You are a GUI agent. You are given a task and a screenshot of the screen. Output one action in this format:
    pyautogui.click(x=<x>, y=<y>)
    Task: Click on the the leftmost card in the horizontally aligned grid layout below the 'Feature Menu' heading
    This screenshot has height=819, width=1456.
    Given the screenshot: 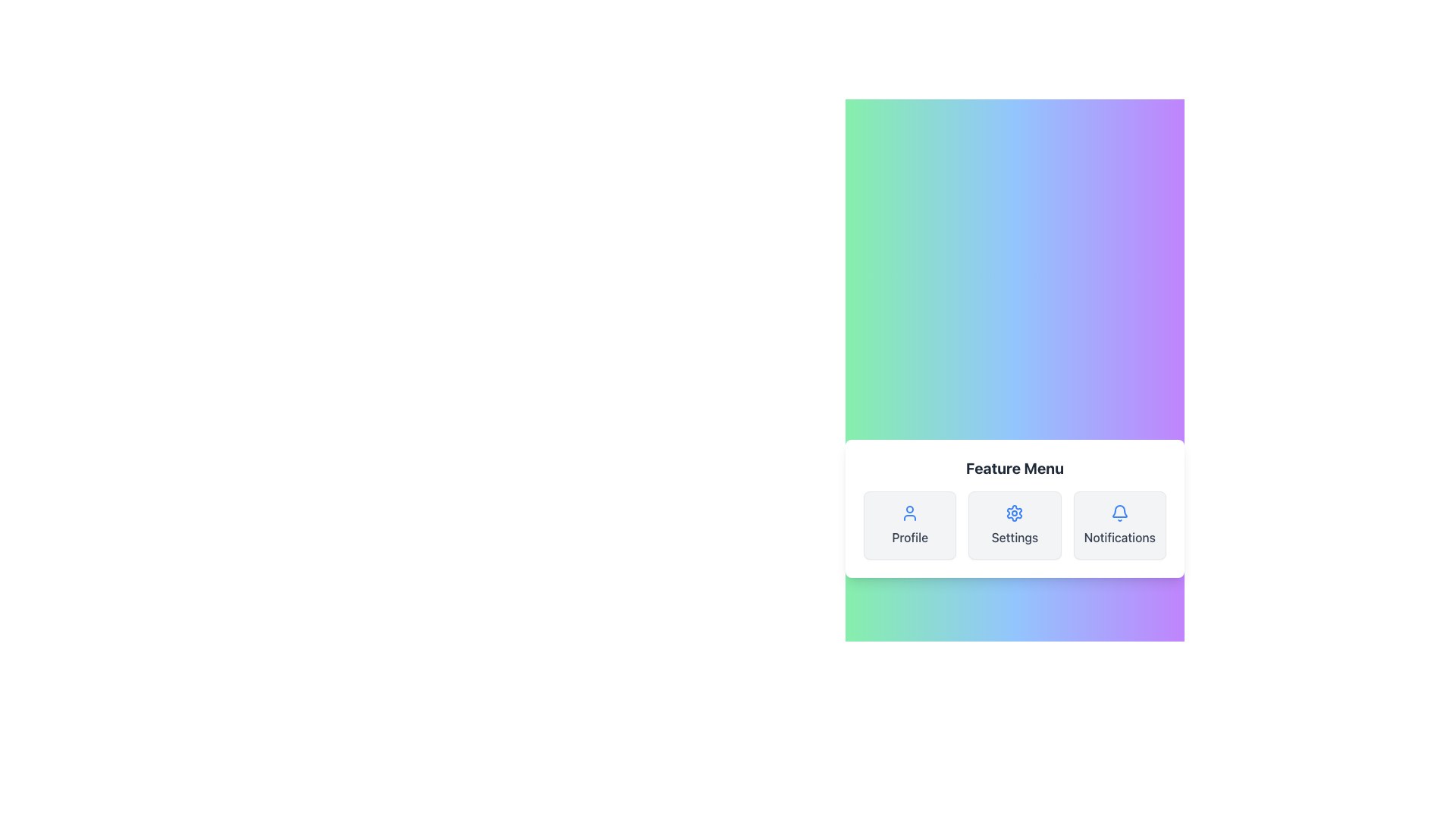 What is the action you would take?
    pyautogui.click(x=910, y=525)
    